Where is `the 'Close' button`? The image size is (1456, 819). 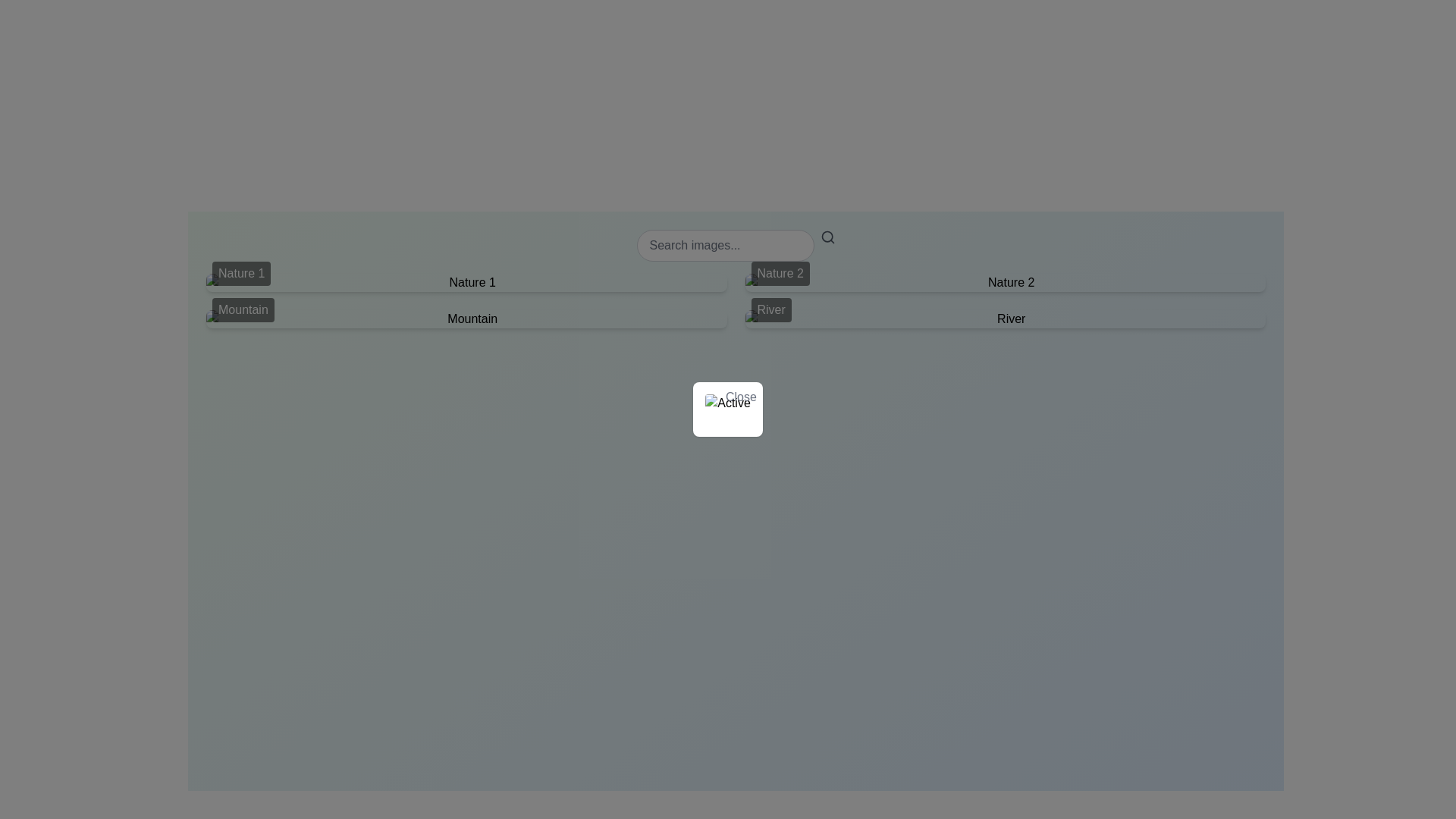
the 'Close' button is located at coordinates (741, 397).